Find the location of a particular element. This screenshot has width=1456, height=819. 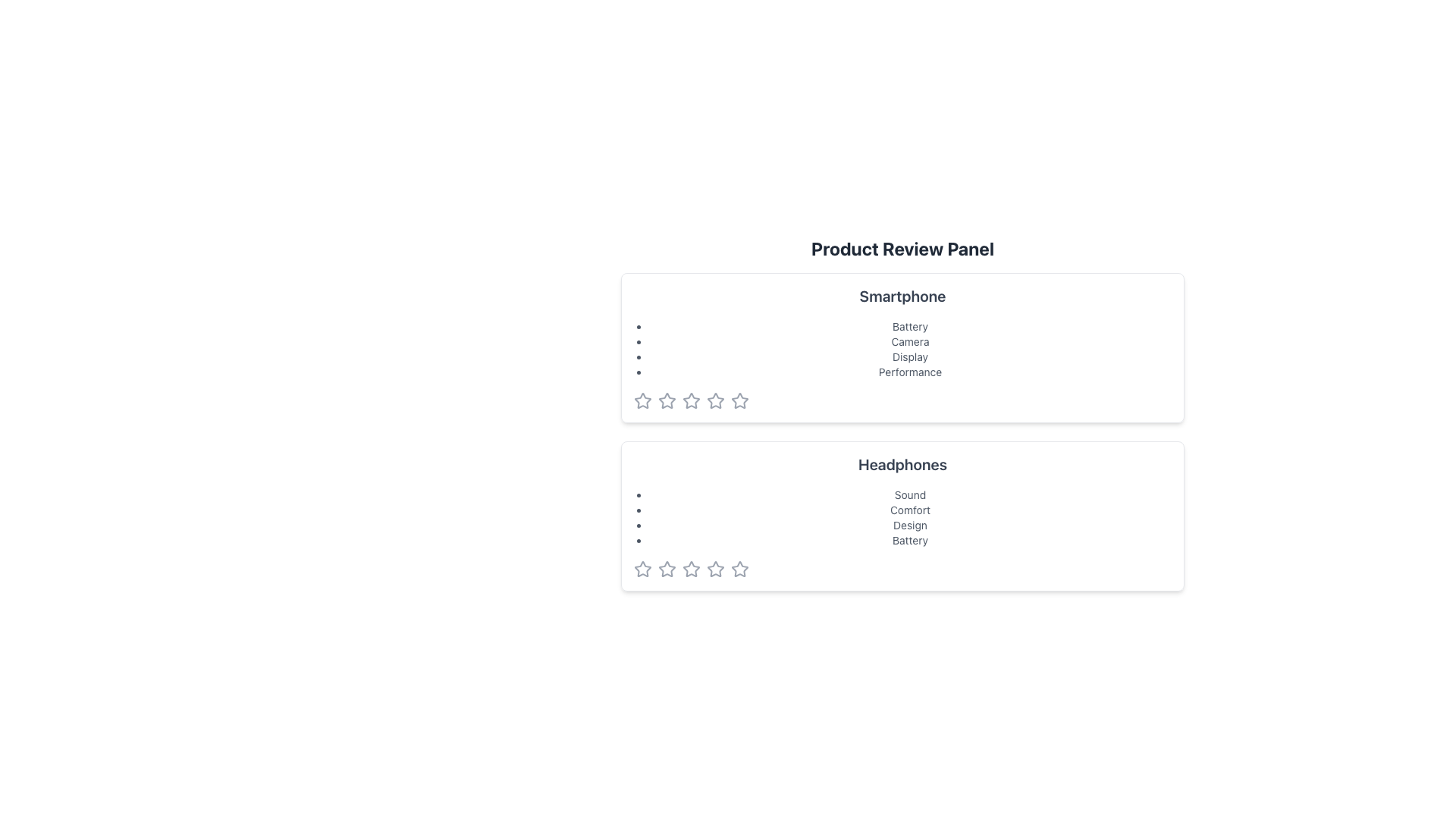

the text label representing the first item in the 'Headphones' section, which indicates a category or feature related to headphones is located at coordinates (910, 494).